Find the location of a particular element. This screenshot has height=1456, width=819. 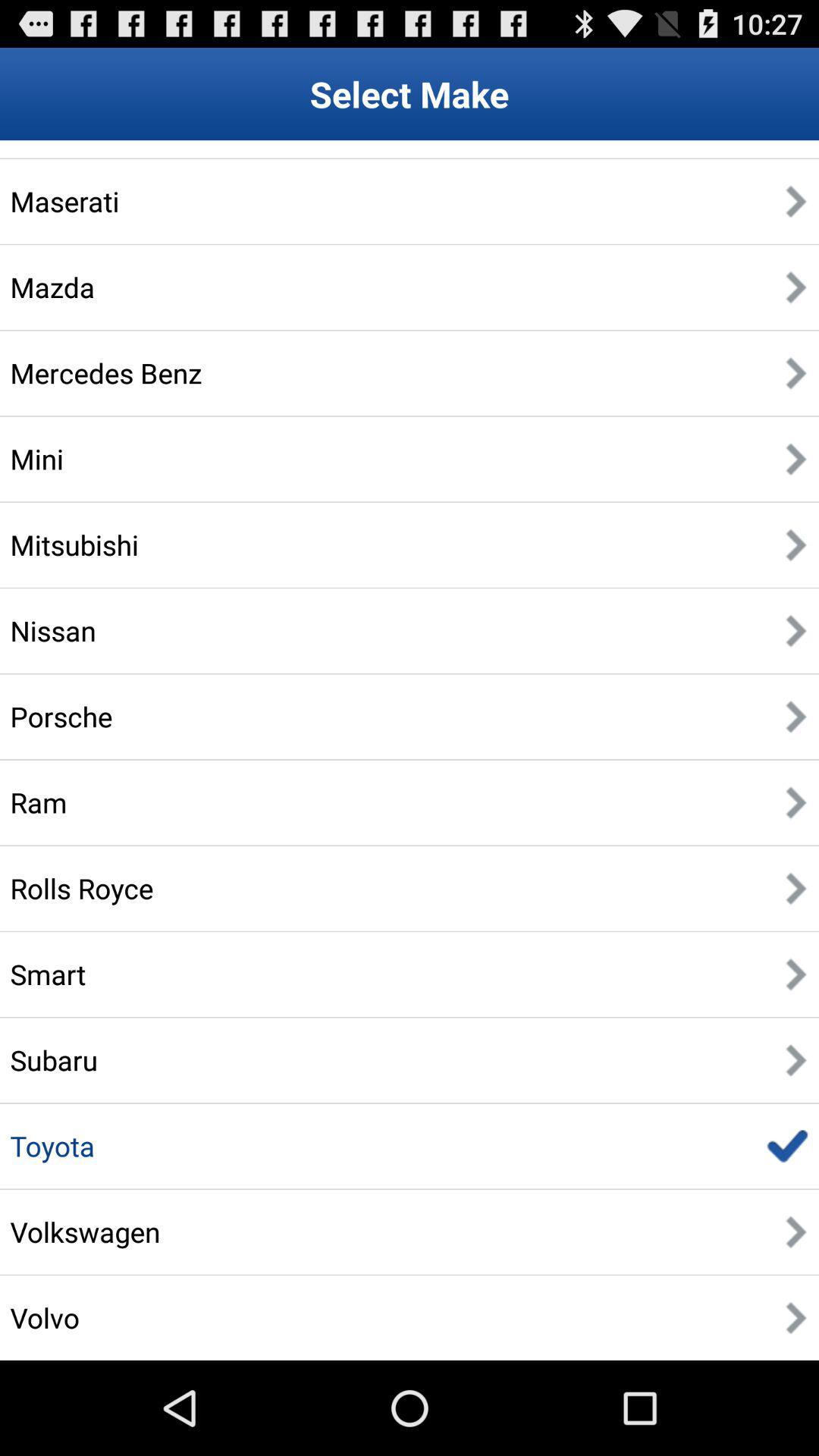

the mazda is located at coordinates (52, 287).